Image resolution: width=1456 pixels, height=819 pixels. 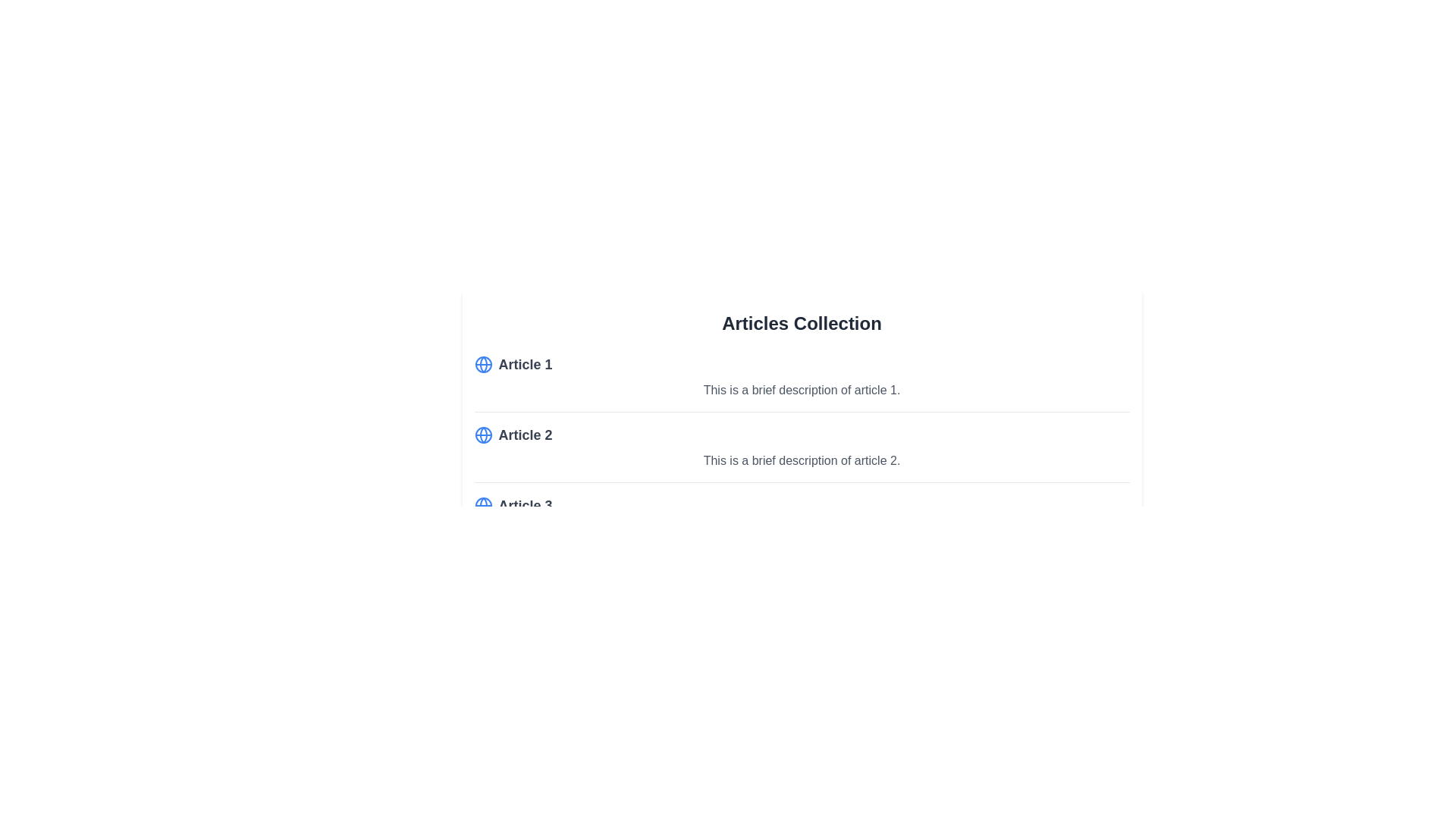 What do you see at coordinates (801, 460) in the screenshot?
I see `the text label that reads 'This is a brief description of article 2.' which is located under the heading 'Article 2'` at bounding box center [801, 460].